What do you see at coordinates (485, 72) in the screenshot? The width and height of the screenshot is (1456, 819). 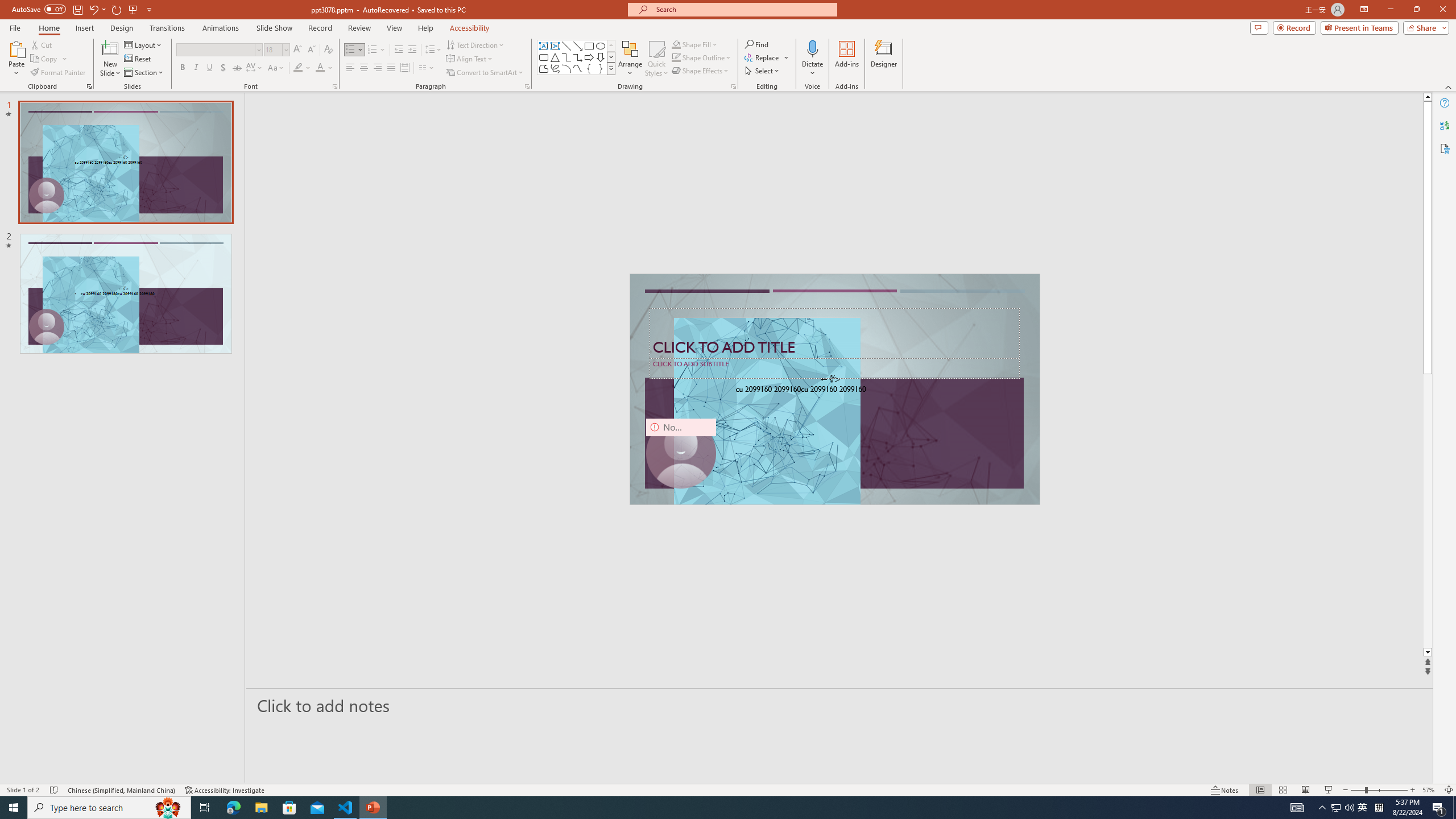 I see `'Convert to SmartArt'` at bounding box center [485, 72].